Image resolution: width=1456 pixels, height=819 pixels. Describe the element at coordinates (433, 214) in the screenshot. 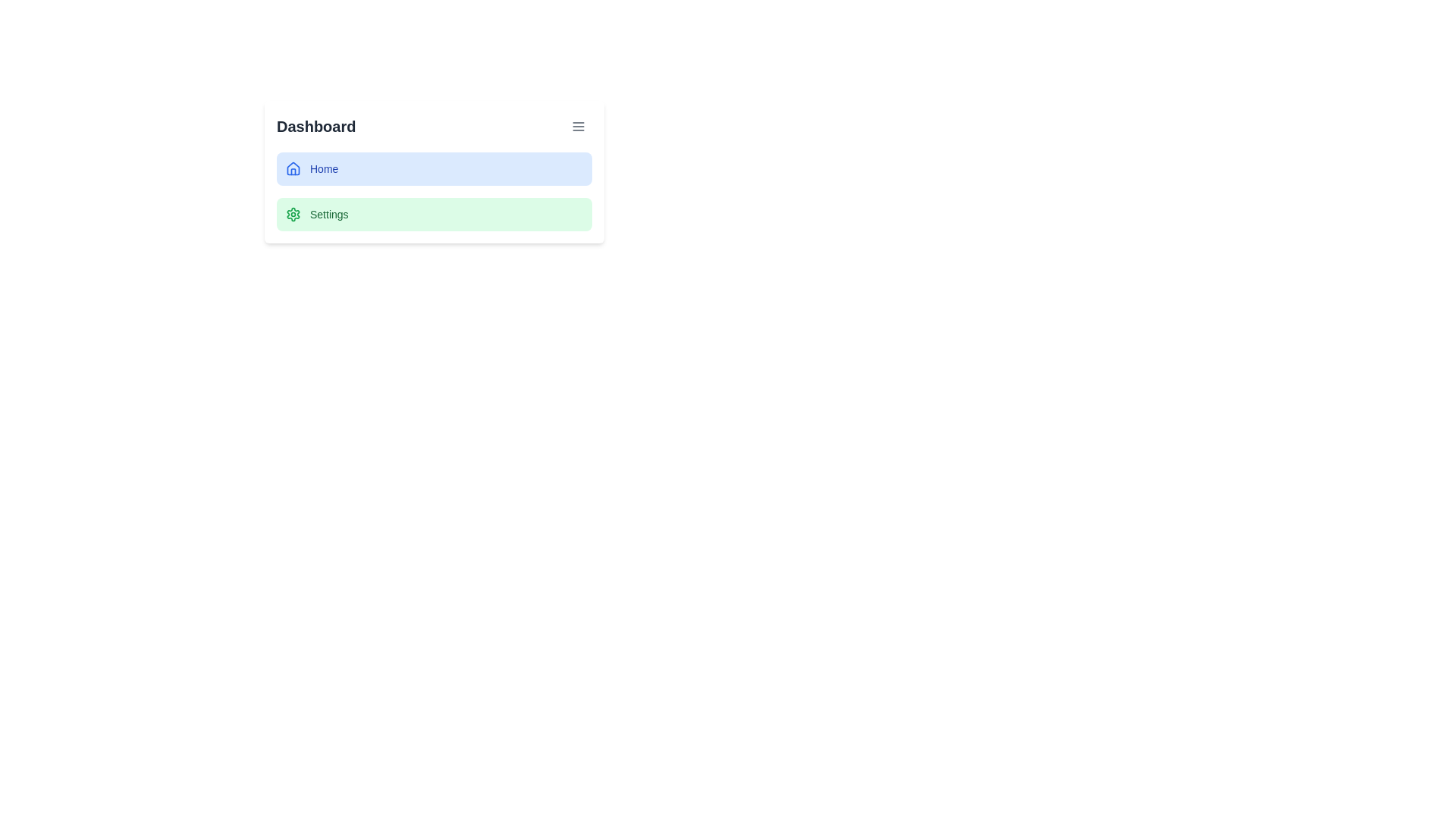

I see `the 'Settings' button` at that location.